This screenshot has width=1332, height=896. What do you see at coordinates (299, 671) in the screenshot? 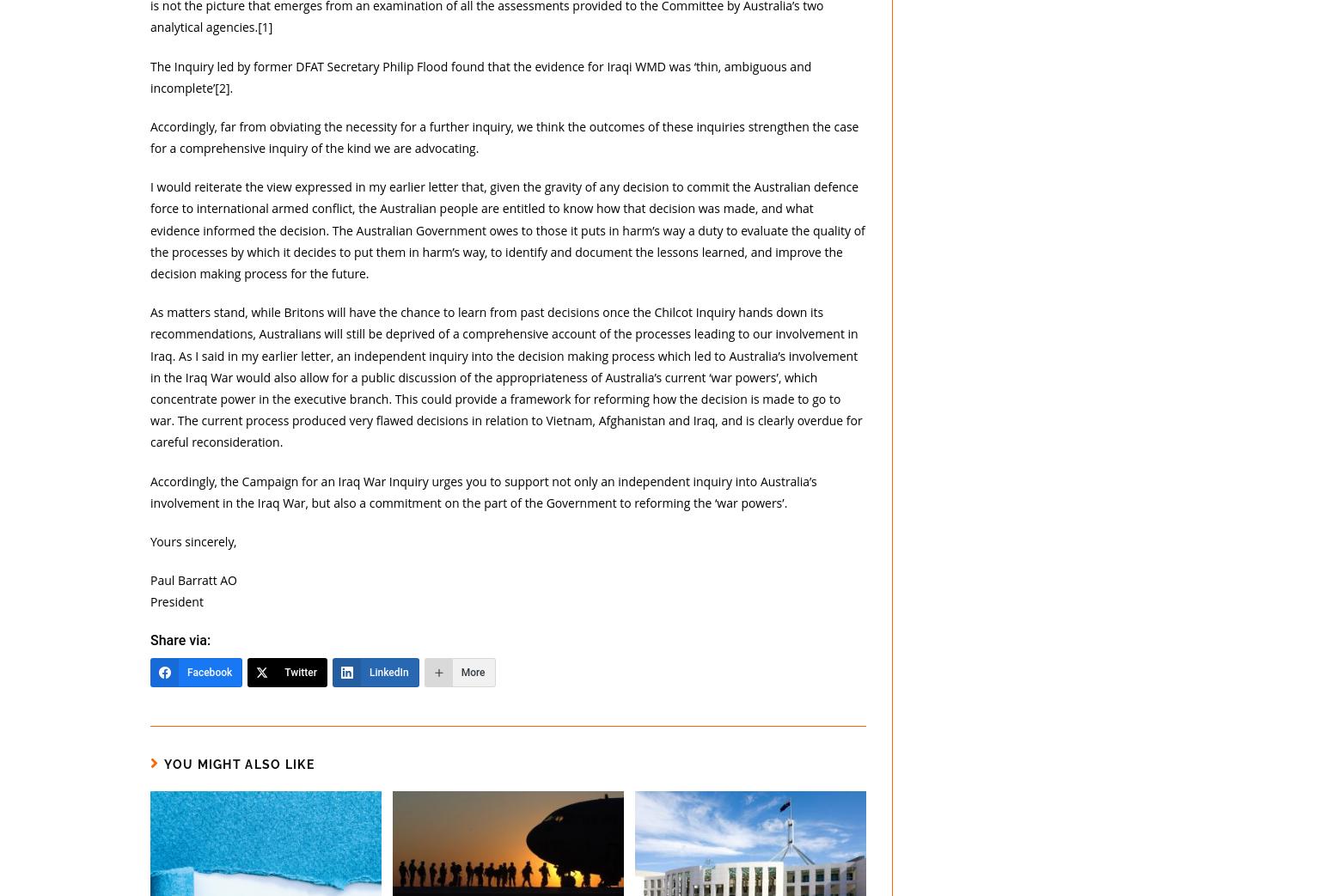
I see `'Twitter'` at bounding box center [299, 671].